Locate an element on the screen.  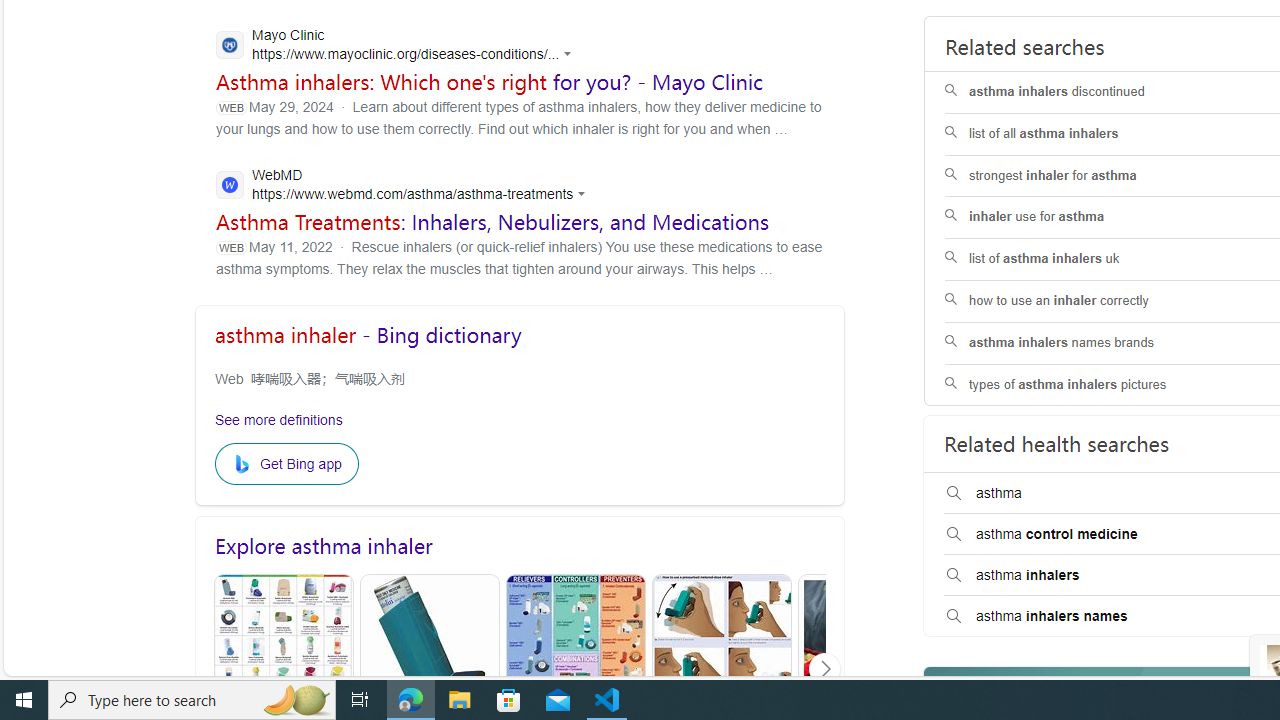
'Get Bing app' is located at coordinates (285, 464).